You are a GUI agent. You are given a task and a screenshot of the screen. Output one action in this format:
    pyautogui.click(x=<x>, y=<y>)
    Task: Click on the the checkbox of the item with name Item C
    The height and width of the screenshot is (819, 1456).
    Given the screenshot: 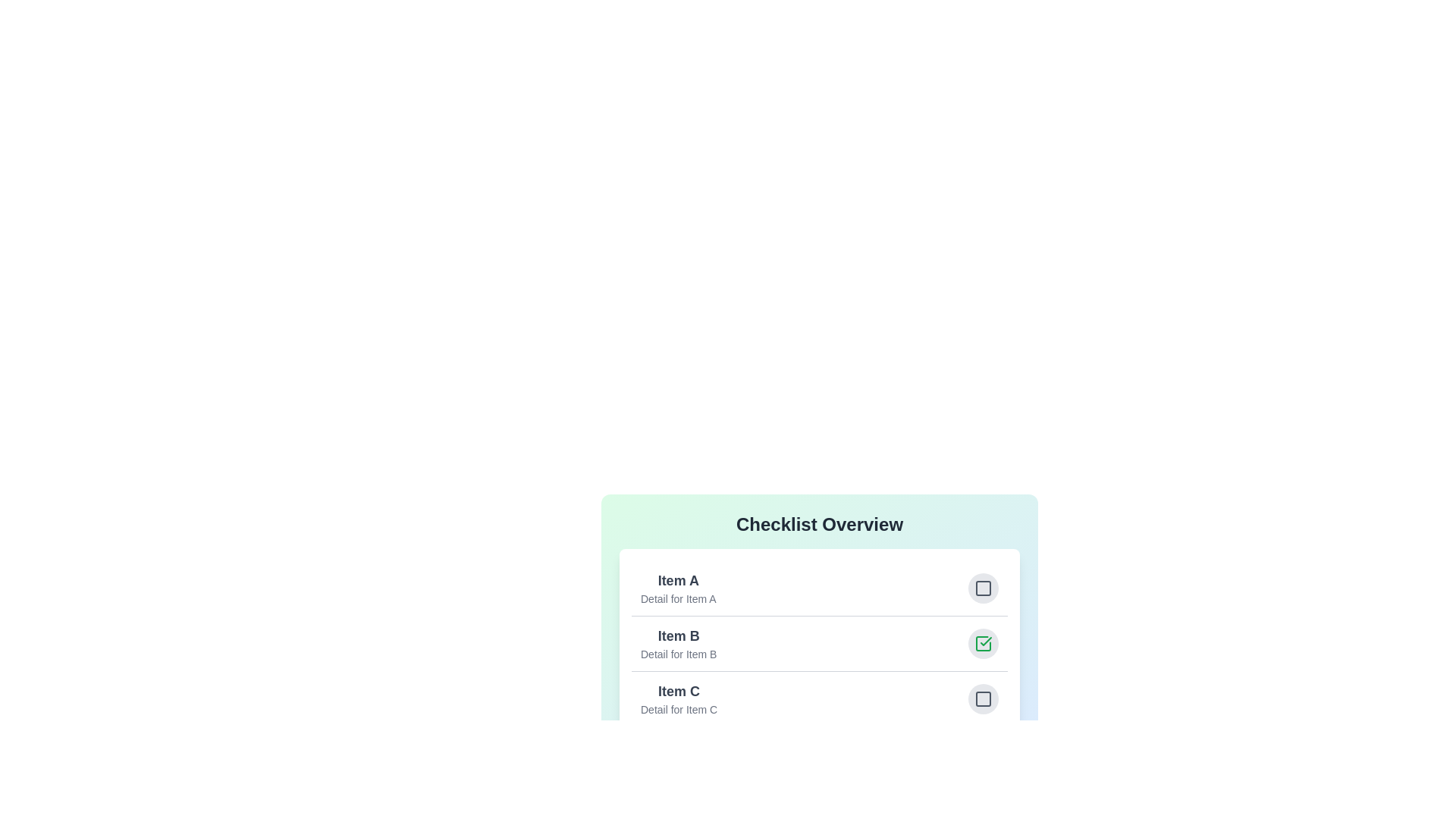 What is the action you would take?
    pyautogui.click(x=983, y=698)
    